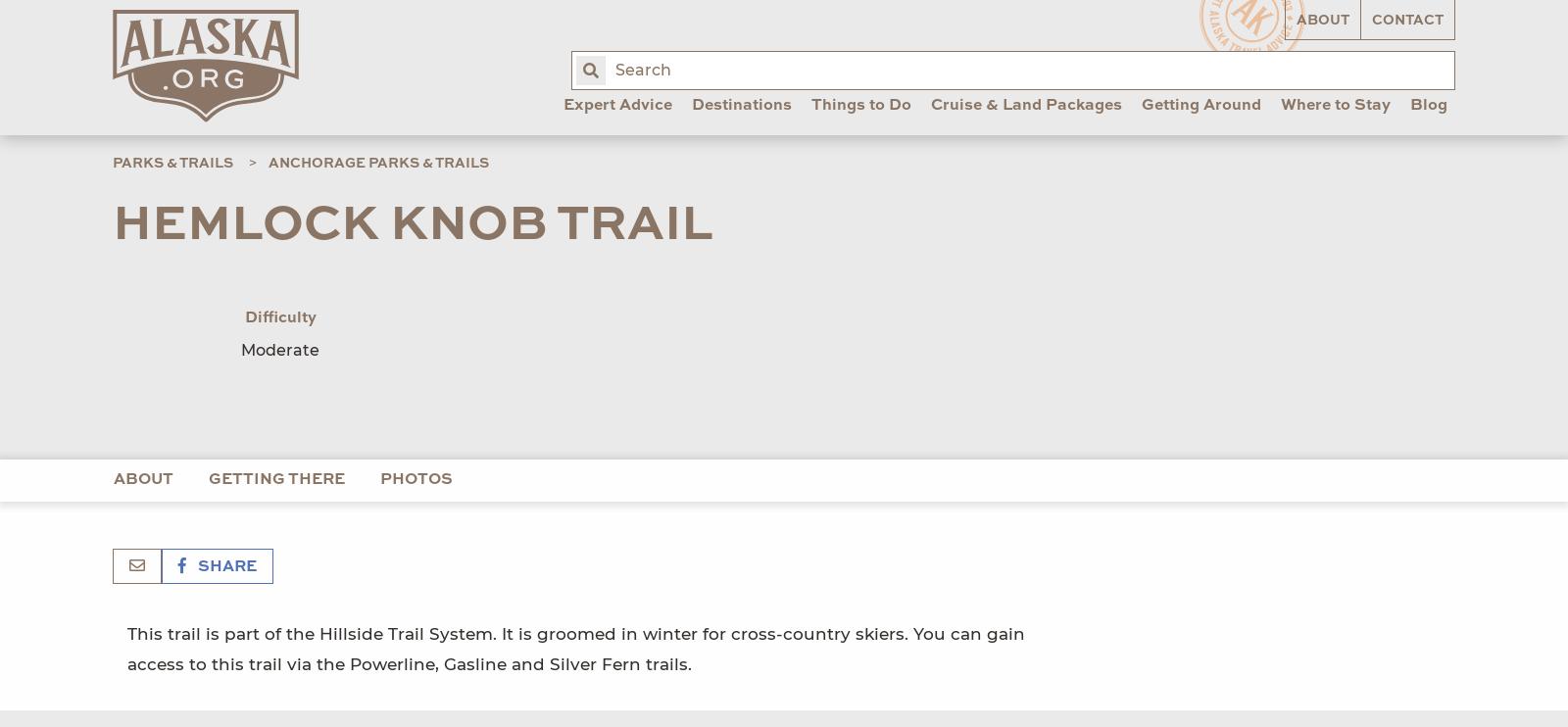 This screenshot has width=1568, height=727. What do you see at coordinates (224, 566) in the screenshot?
I see `'Share'` at bounding box center [224, 566].